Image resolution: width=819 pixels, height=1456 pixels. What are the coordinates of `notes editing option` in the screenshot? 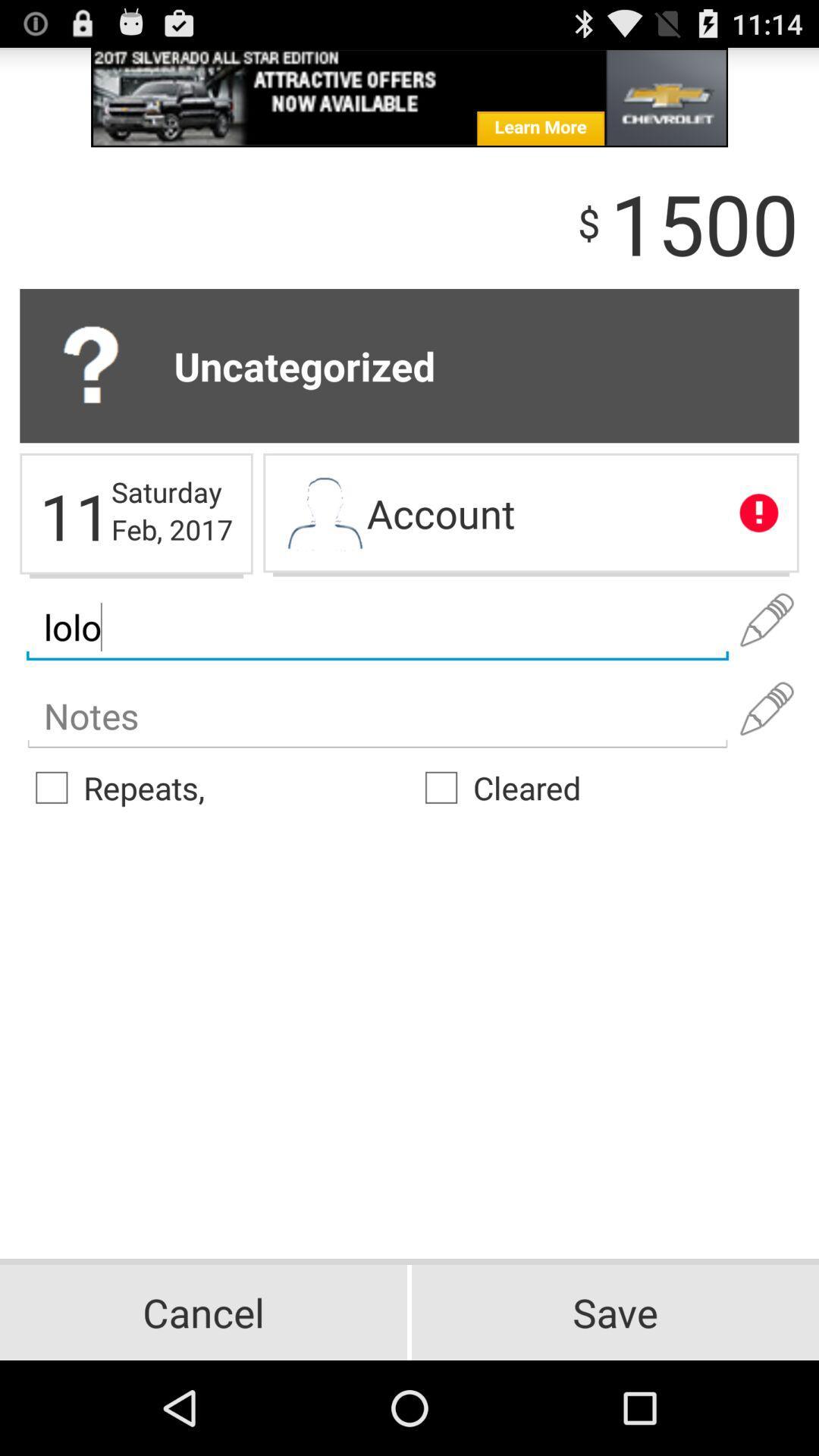 It's located at (767, 708).